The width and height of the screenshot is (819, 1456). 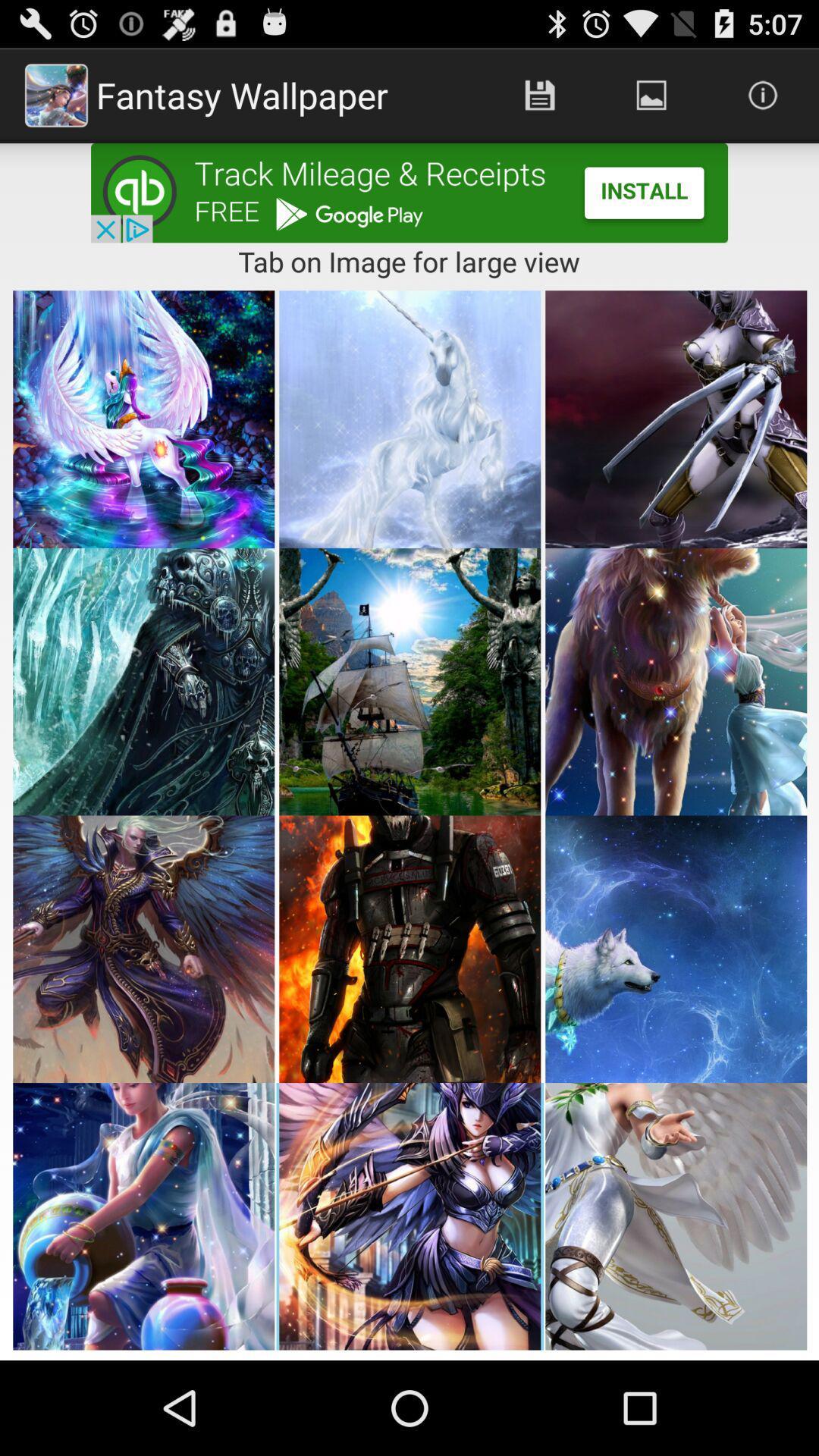 What do you see at coordinates (409, 949) in the screenshot?
I see `8th image from the top` at bounding box center [409, 949].